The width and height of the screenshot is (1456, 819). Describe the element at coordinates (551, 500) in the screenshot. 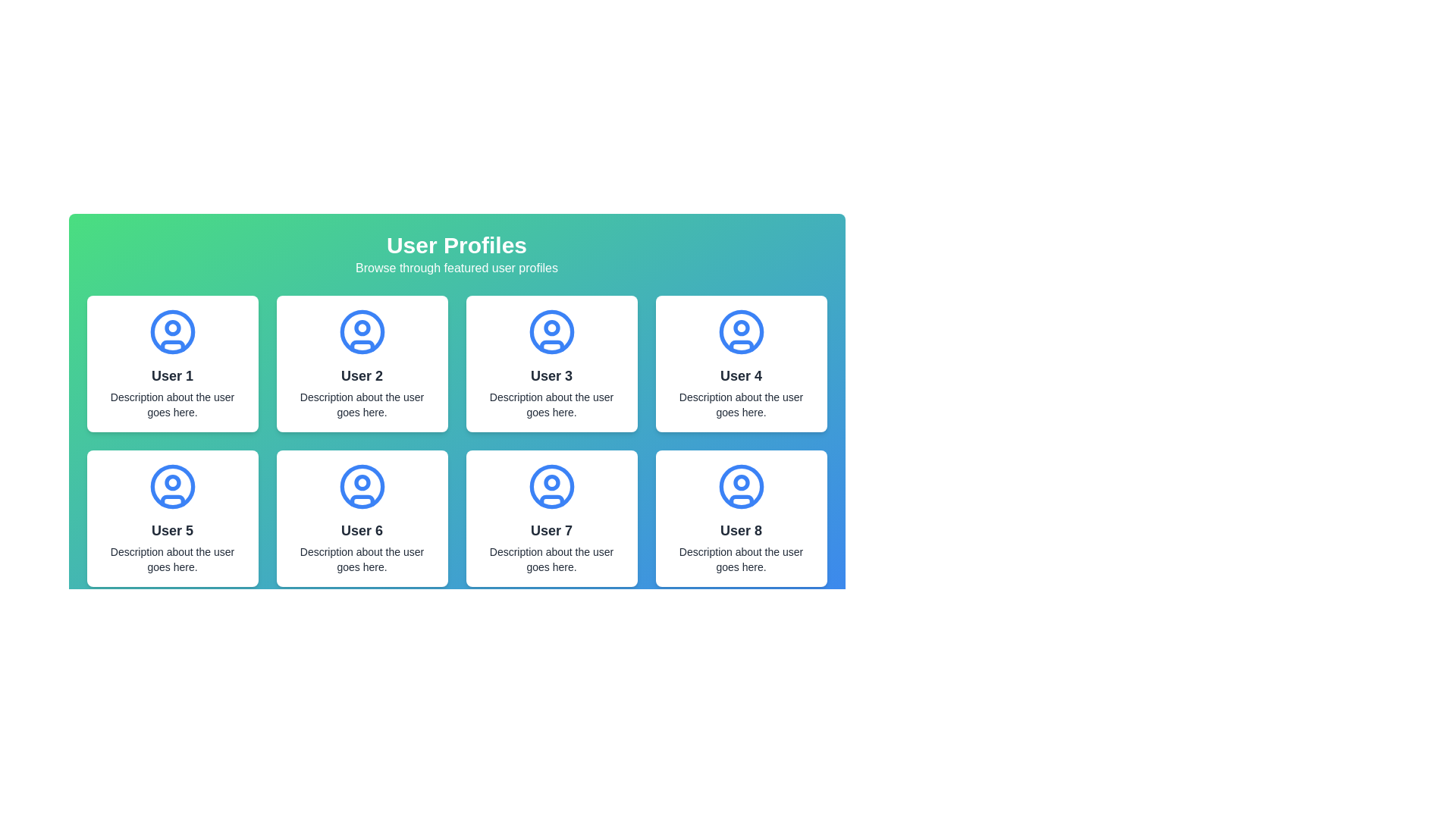

I see `the bottom part of the user profile icon within the seventh profile card in the grid` at that location.